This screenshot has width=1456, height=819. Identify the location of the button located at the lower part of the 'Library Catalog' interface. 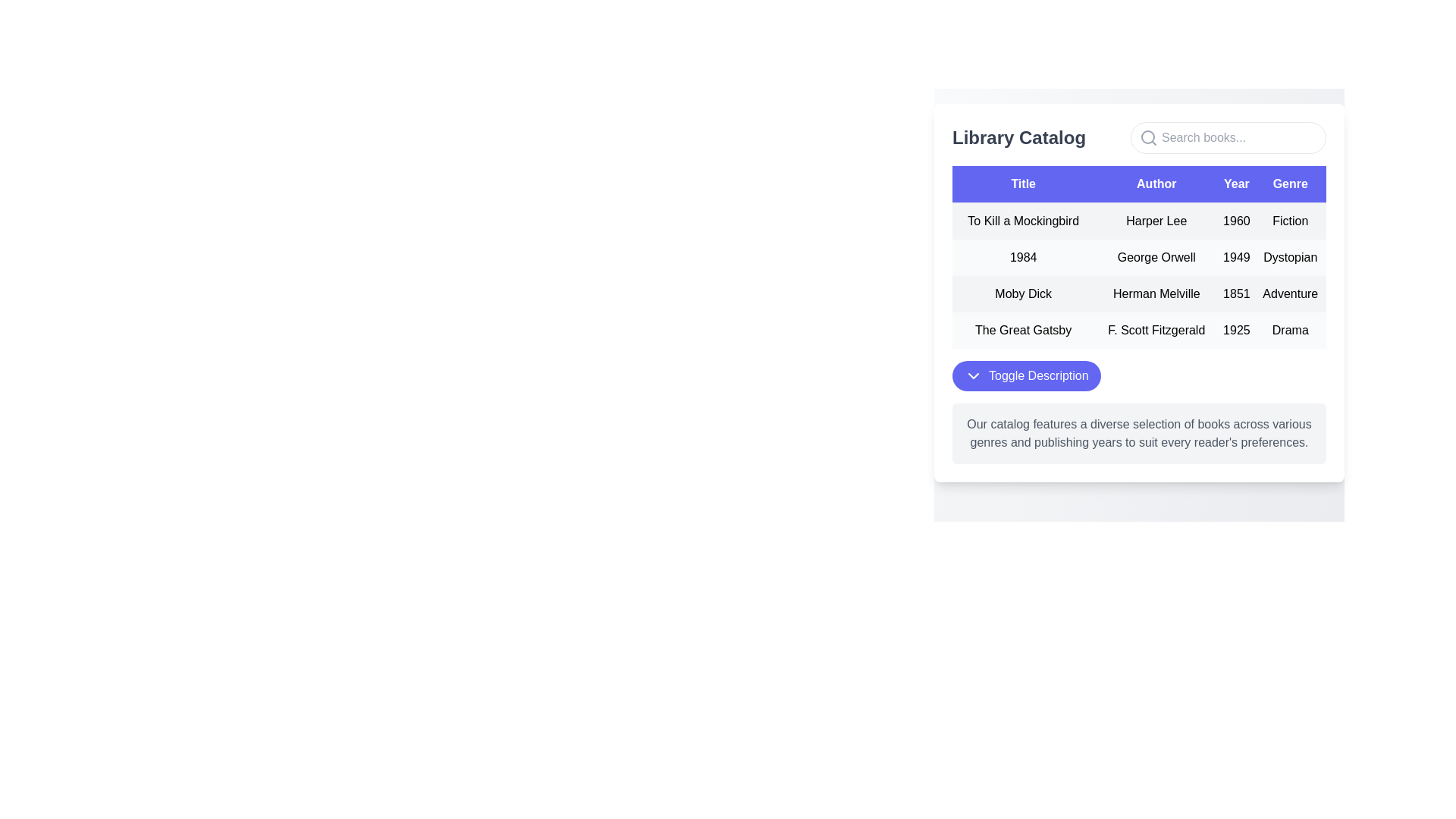
(1026, 375).